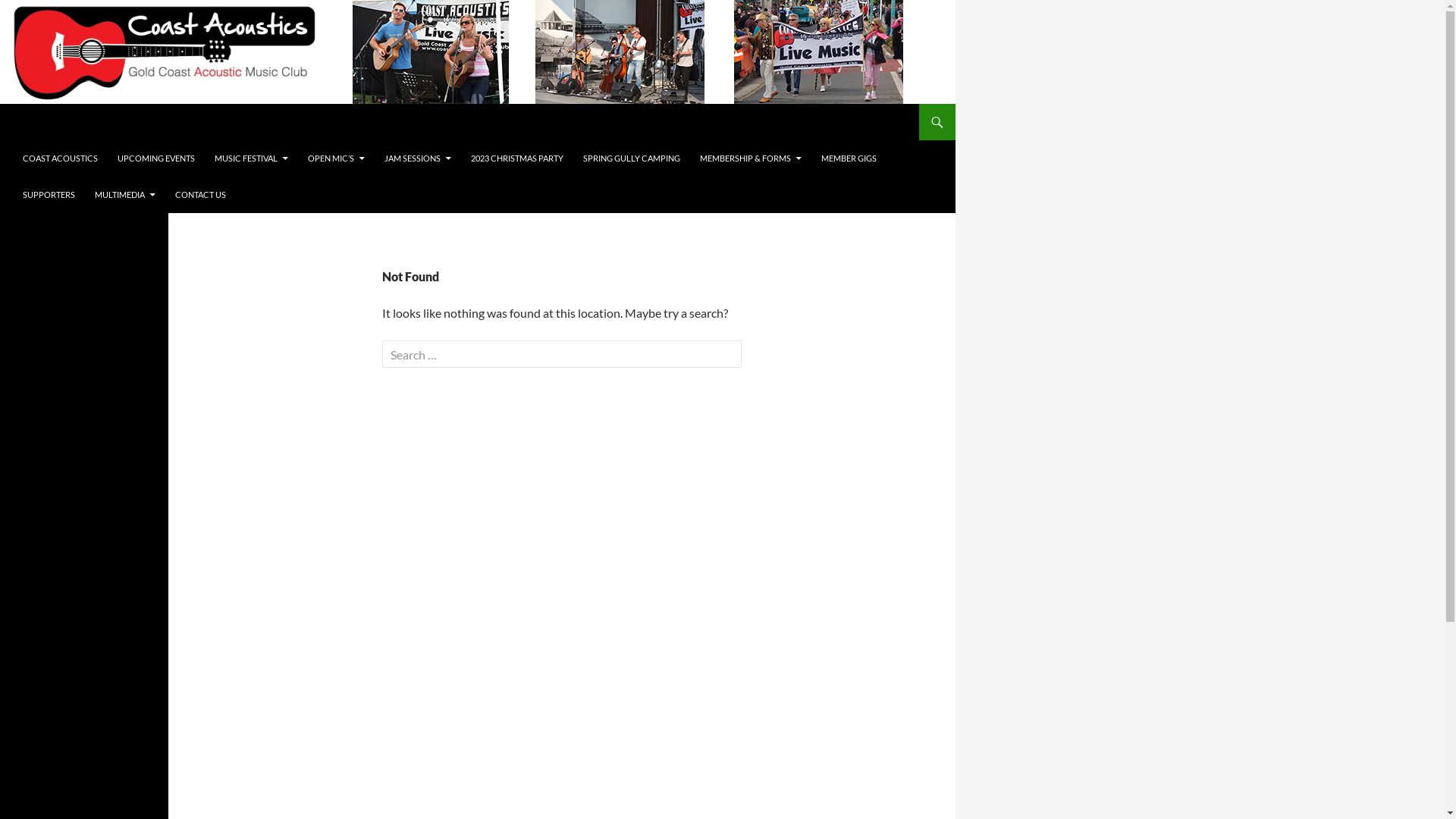 The height and width of the screenshot is (819, 1456). Describe the element at coordinates (199, 194) in the screenshot. I see `'CONTACT US'` at that location.